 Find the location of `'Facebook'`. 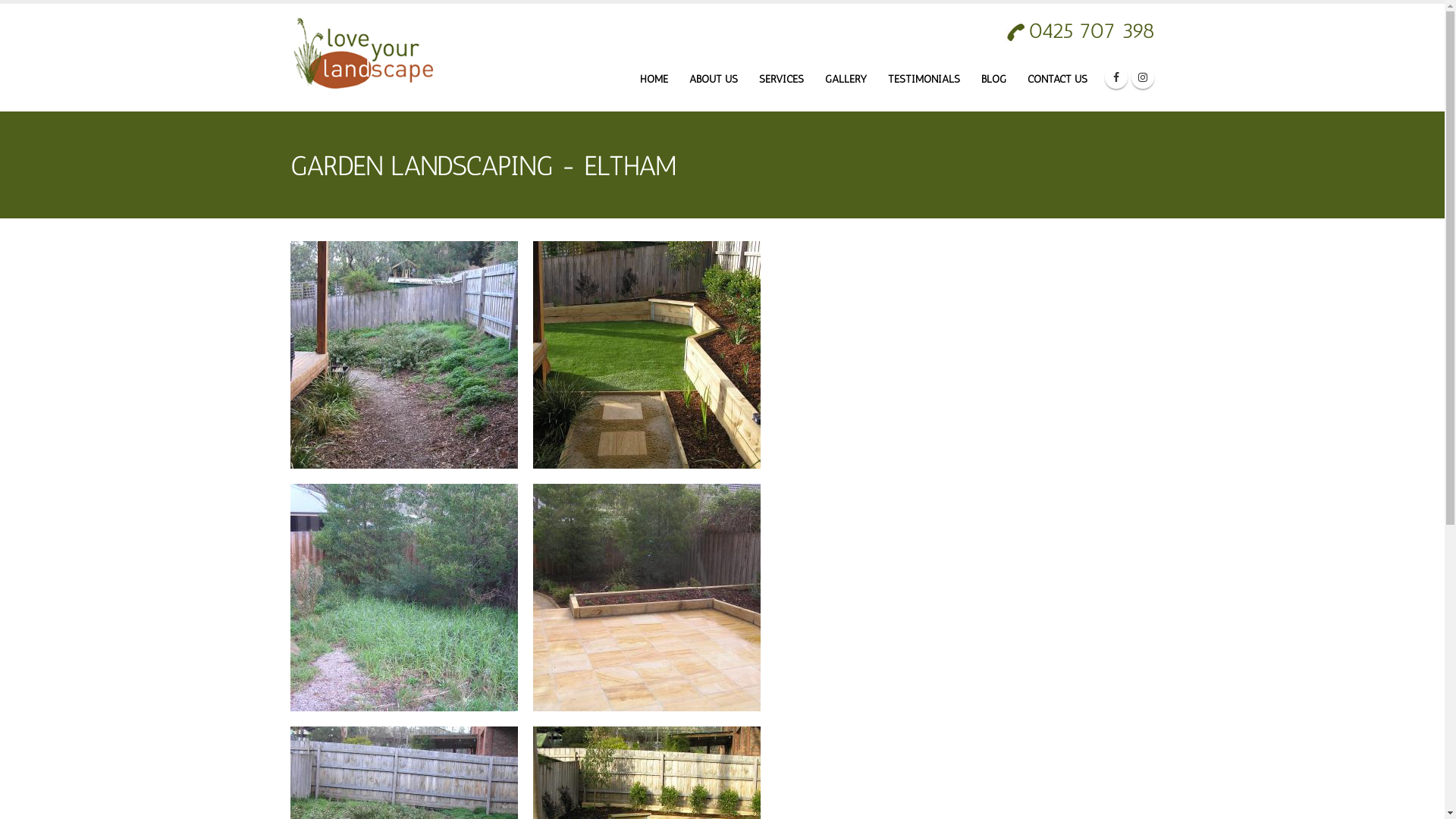

'Facebook' is located at coordinates (1115, 77).